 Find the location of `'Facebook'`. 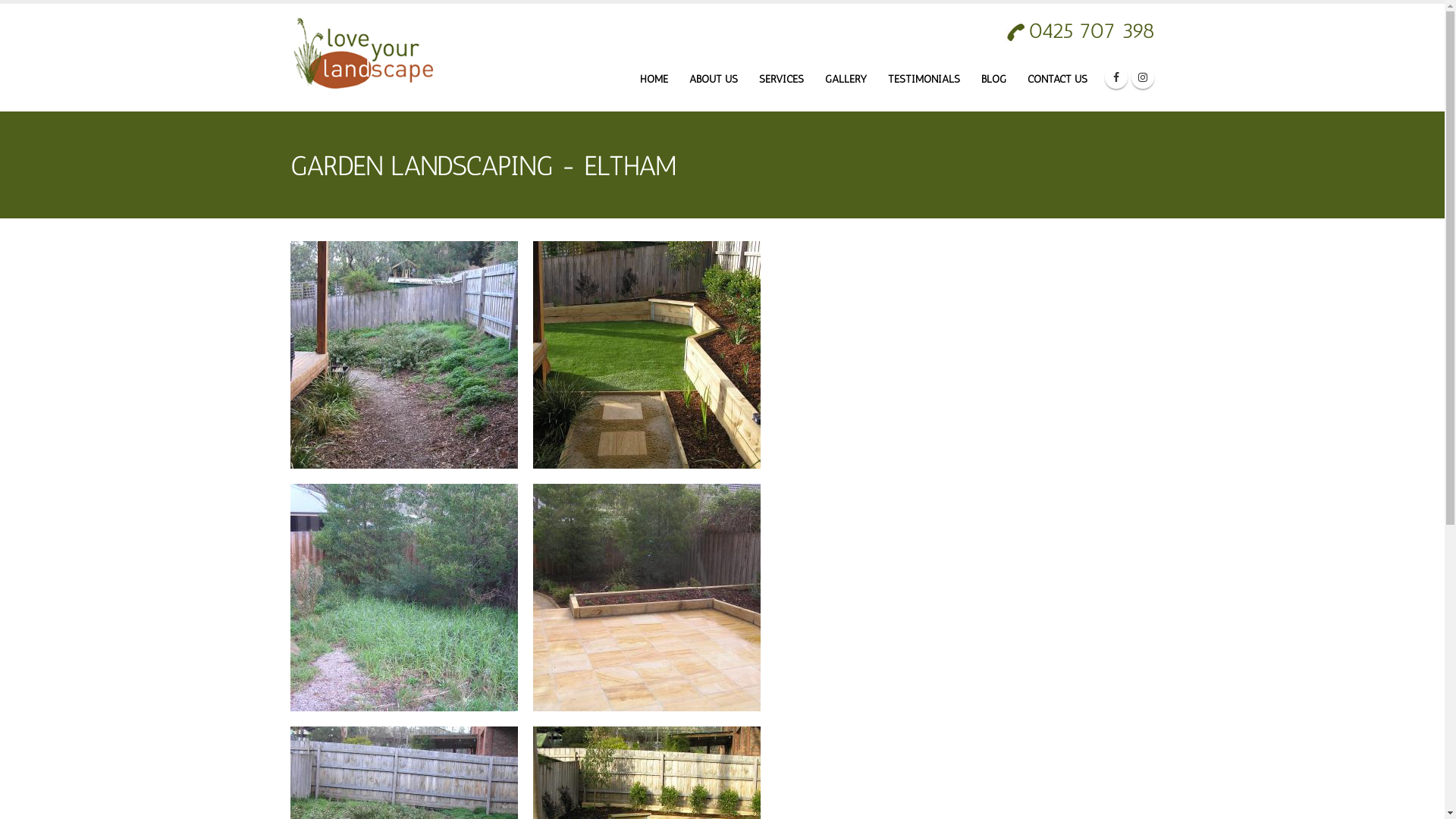

'Facebook' is located at coordinates (1115, 77).